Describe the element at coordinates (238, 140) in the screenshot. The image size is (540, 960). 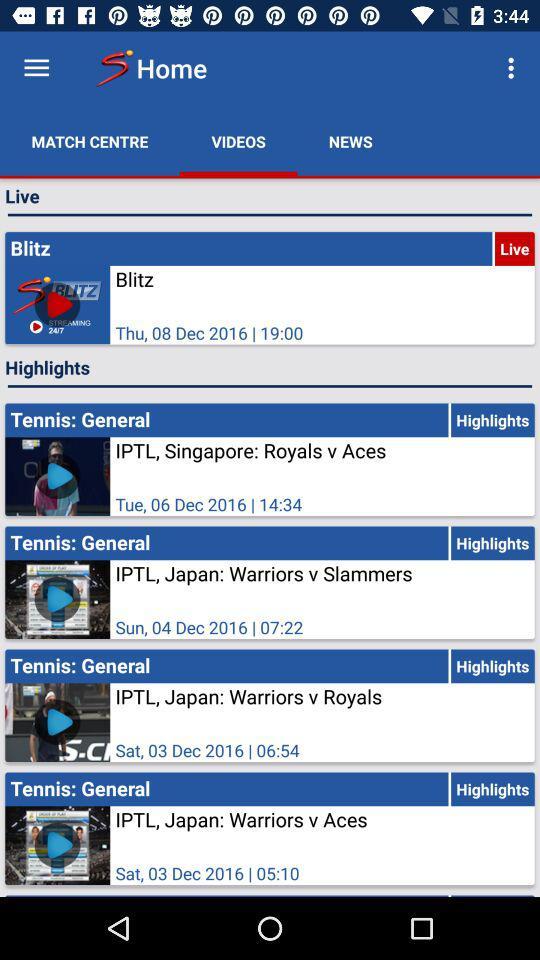
I see `videos app` at that location.